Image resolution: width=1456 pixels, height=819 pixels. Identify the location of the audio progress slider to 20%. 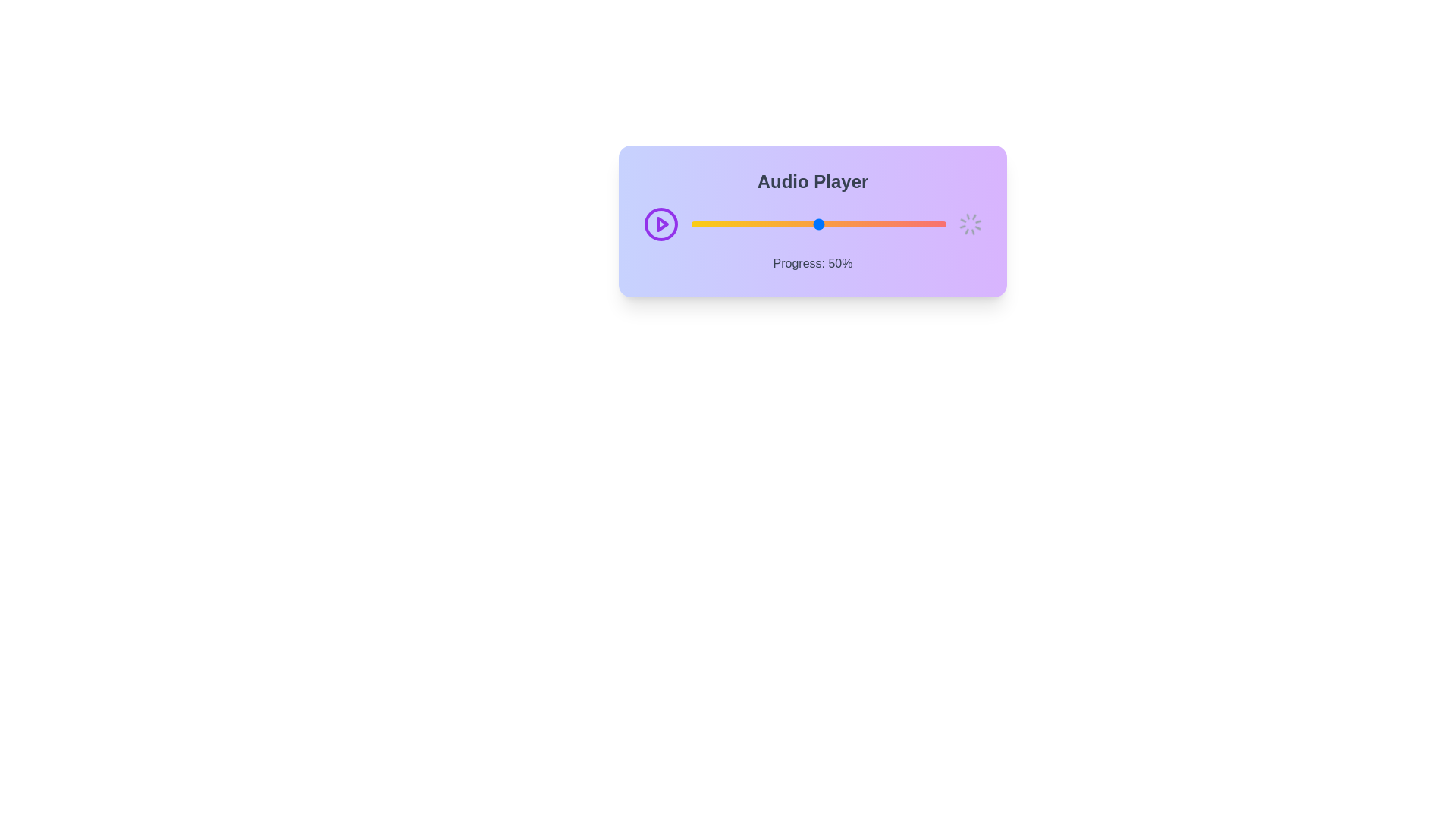
(742, 224).